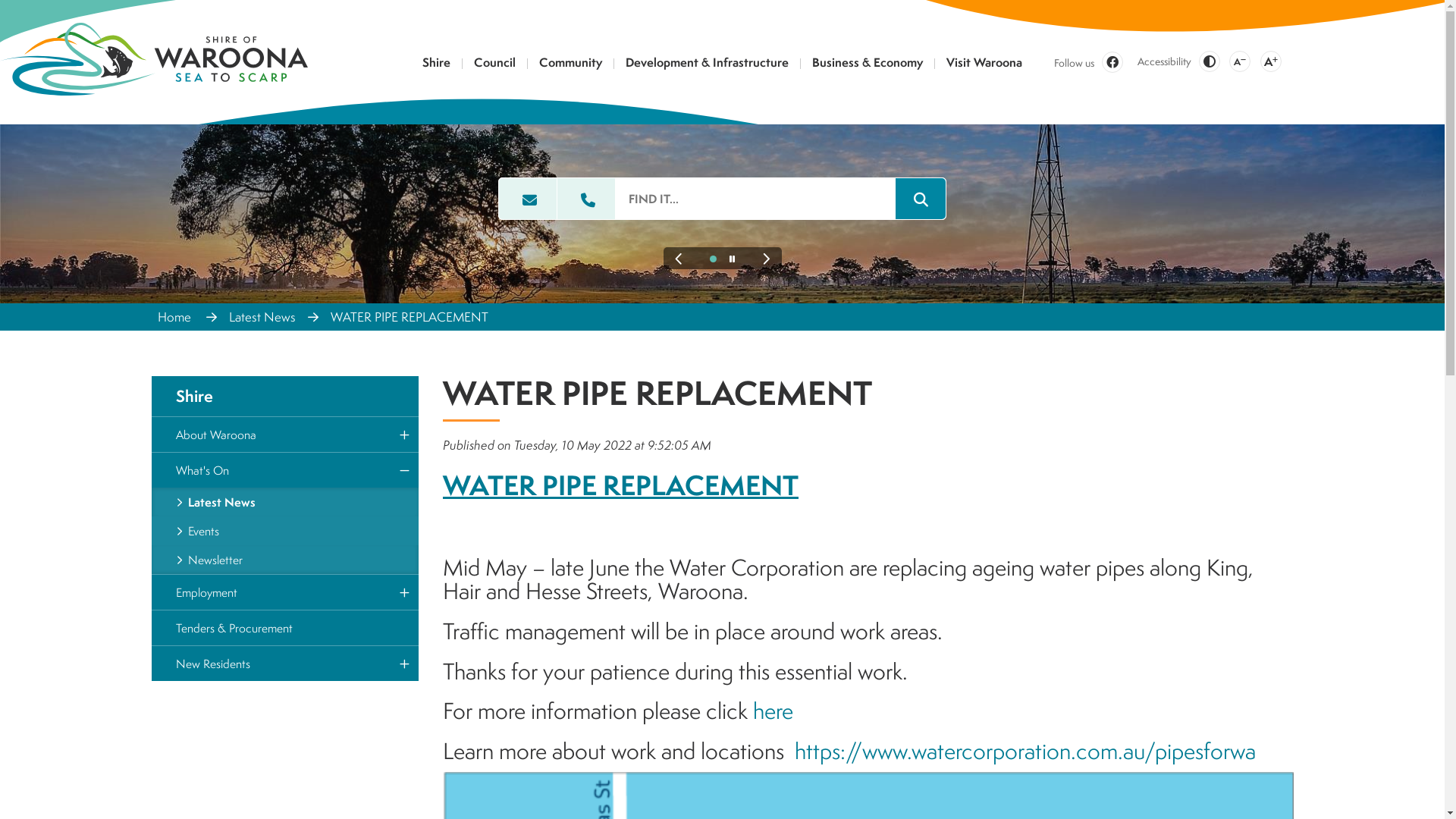 The width and height of the screenshot is (1456, 819). Describe the element at coordinates (1207, 61) in the screenshot. I see `'Change Colour Contrast'` at that location.